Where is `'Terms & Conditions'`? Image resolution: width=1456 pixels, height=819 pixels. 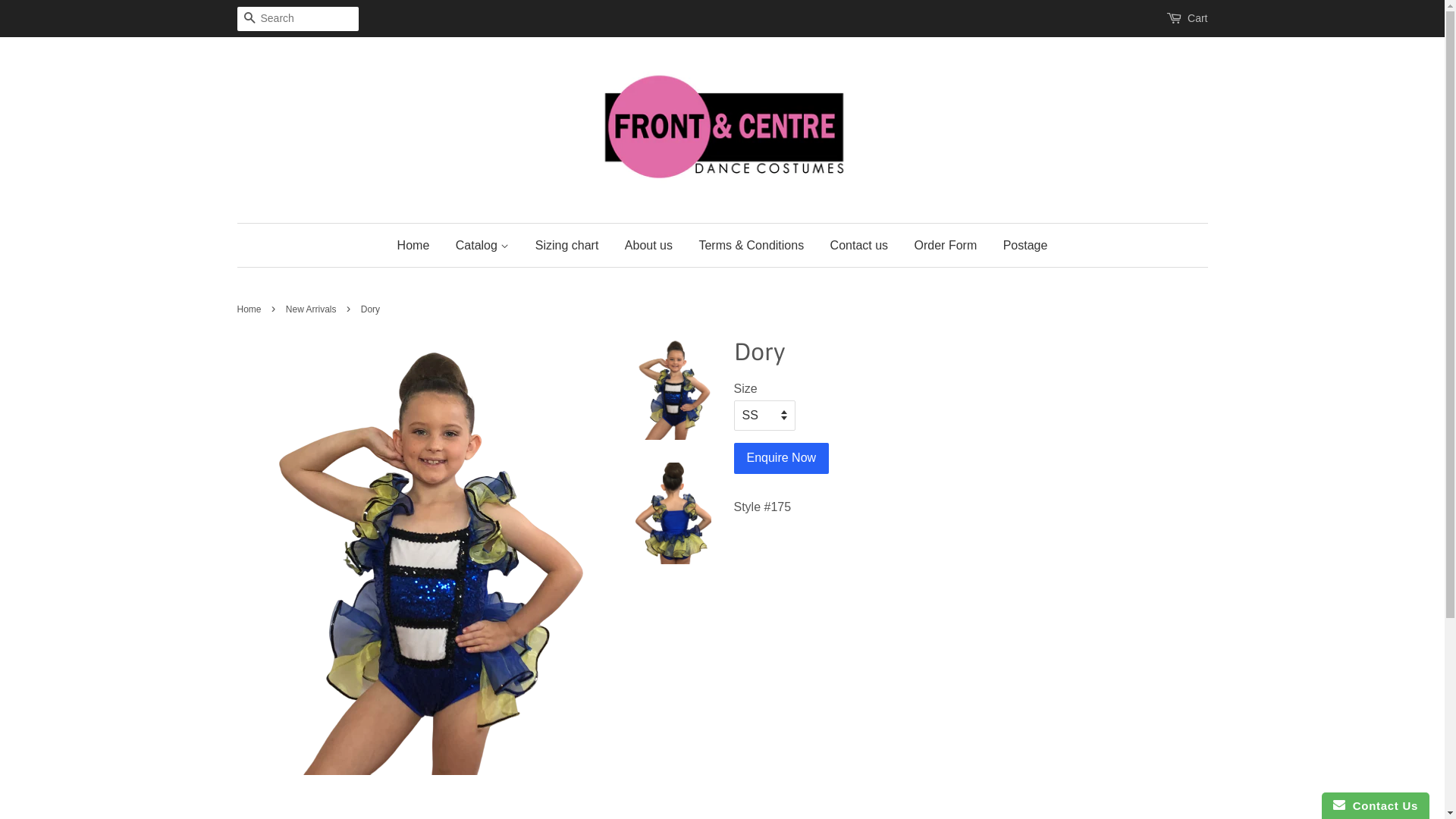
'Terms & Conditions' is located at coordinates (751, 244).